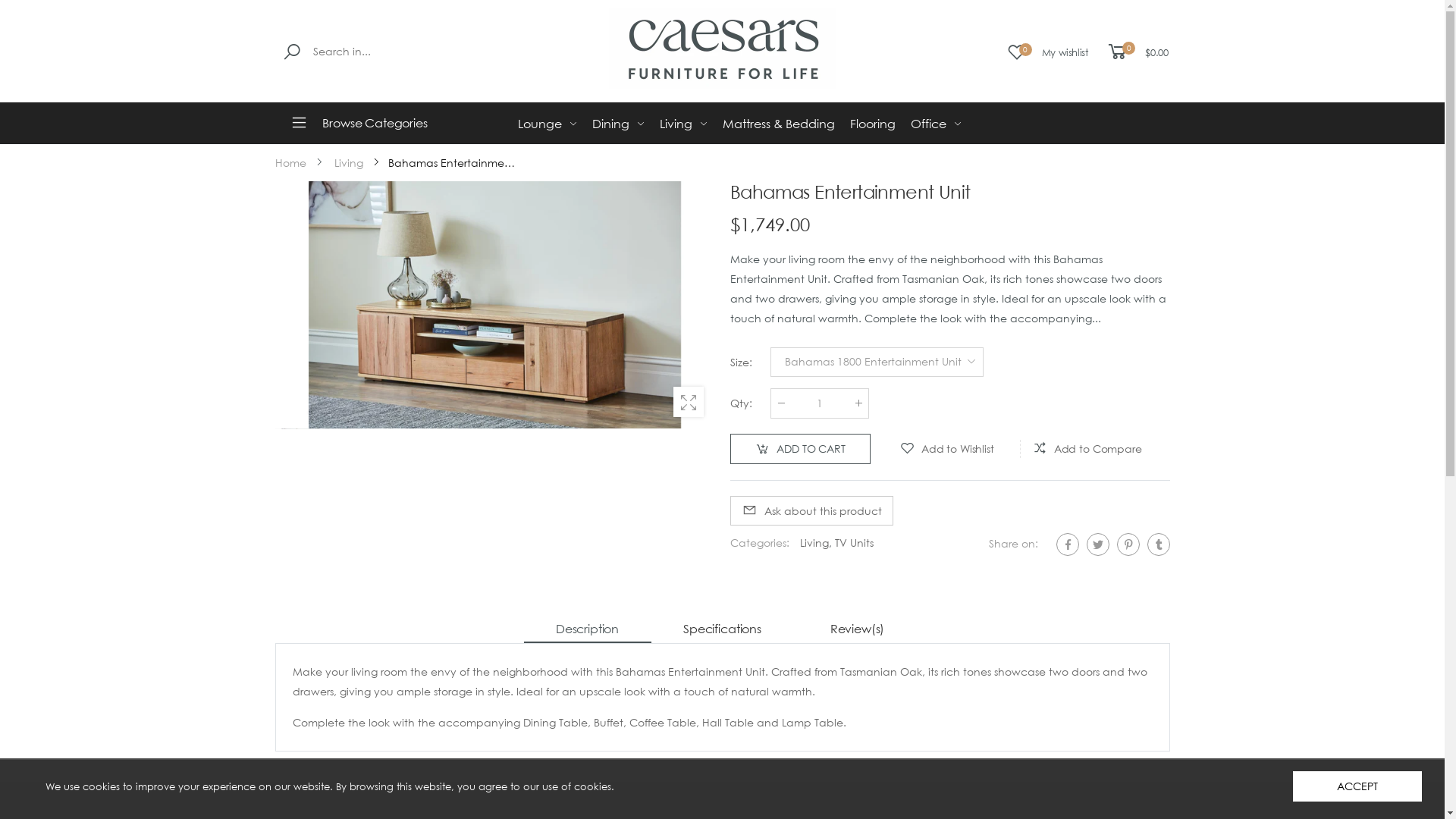  I want to click on 'Description', so click(585, 629).